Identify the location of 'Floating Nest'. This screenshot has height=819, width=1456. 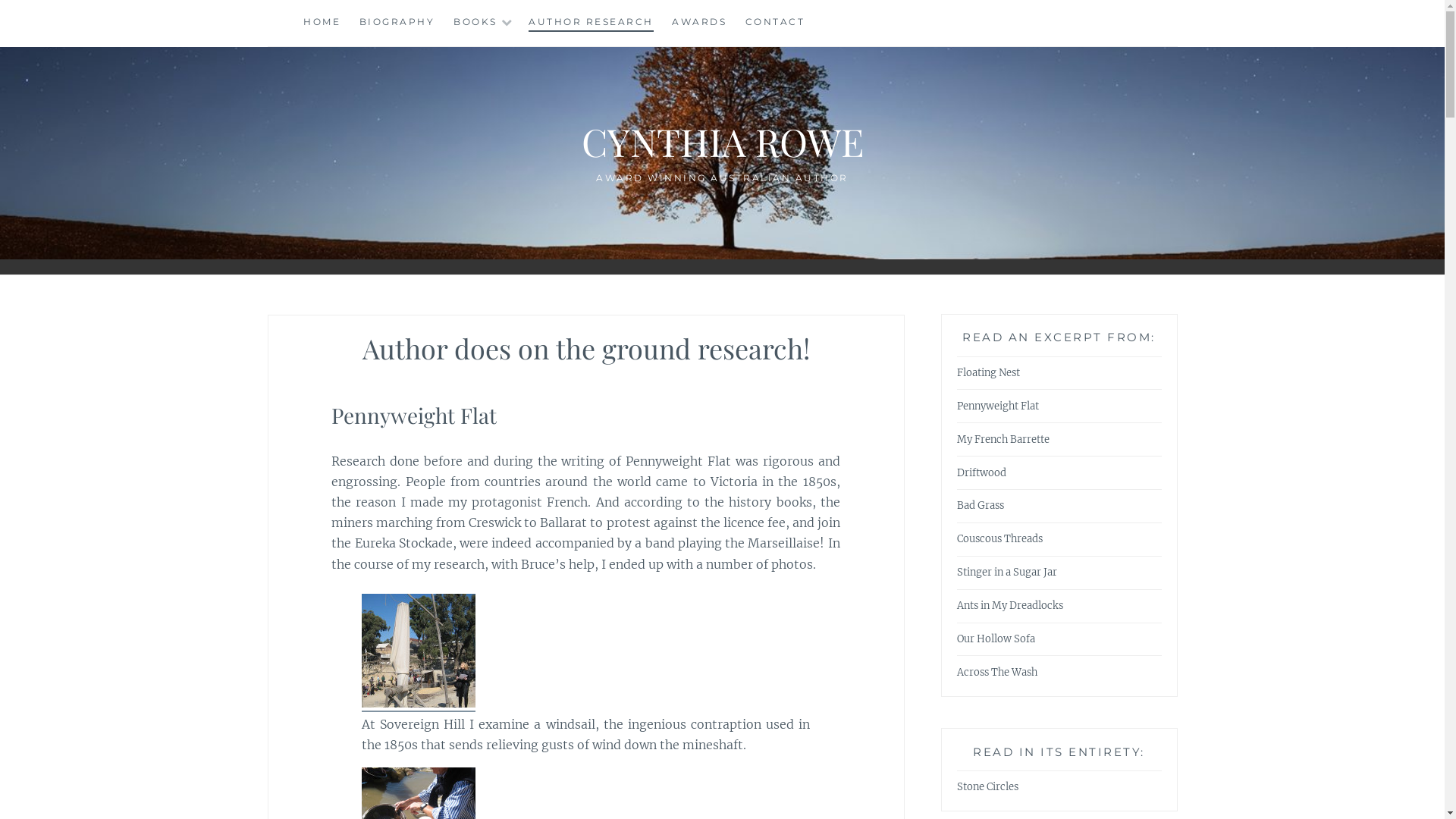
(988, 373).